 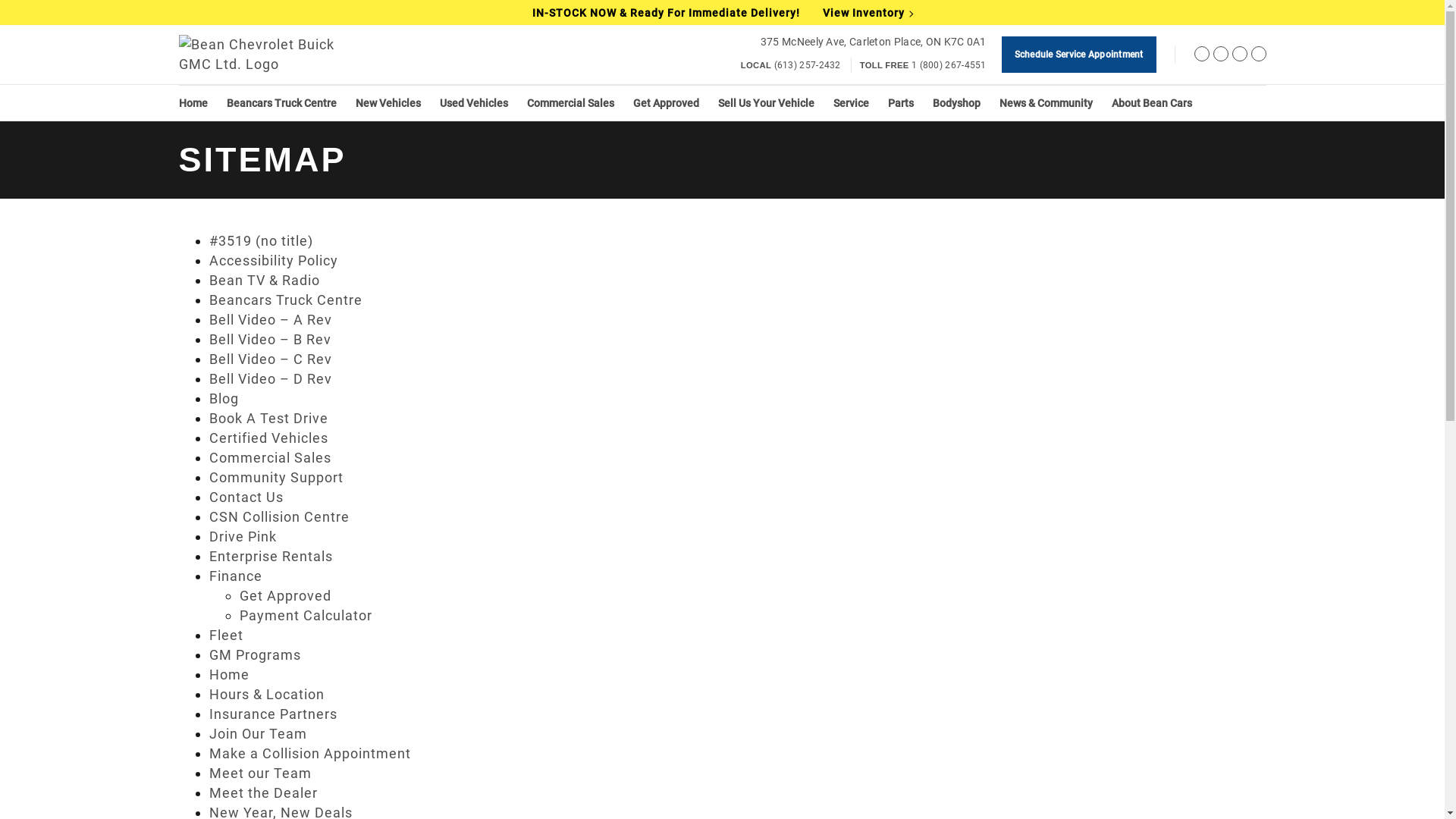 What do you see at coordinates (1200, 55) in the screenshot?
I see `'https://www.facebook.com/beancarsca/'` at bounding box center [1200, 55].